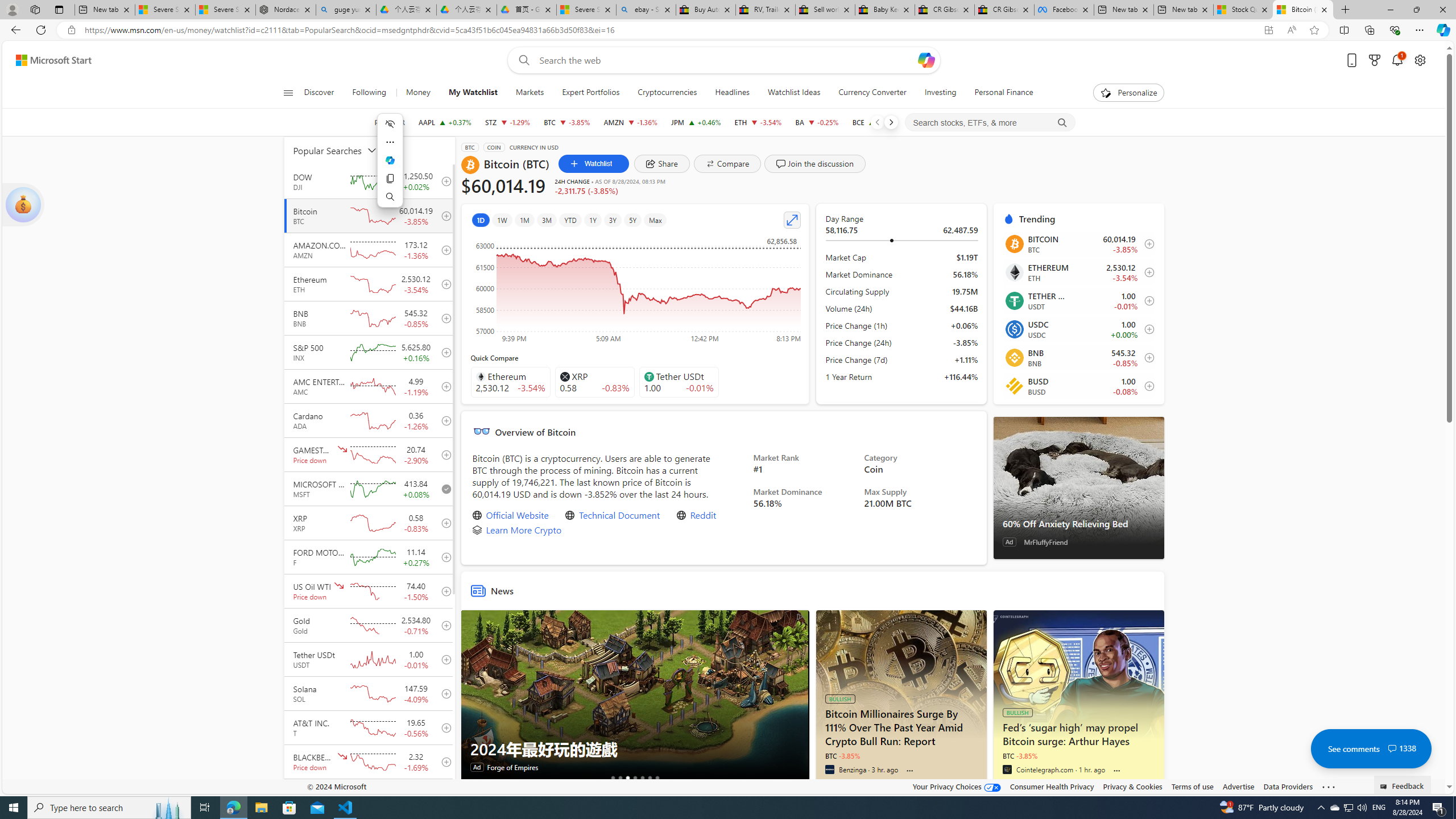 The height and width of the screenshot is (819, 1456). Describe the element at coordinates (1078, 523) in the screenshot. I see `'60% Off Anxiety Relieving Bed'` at that location.